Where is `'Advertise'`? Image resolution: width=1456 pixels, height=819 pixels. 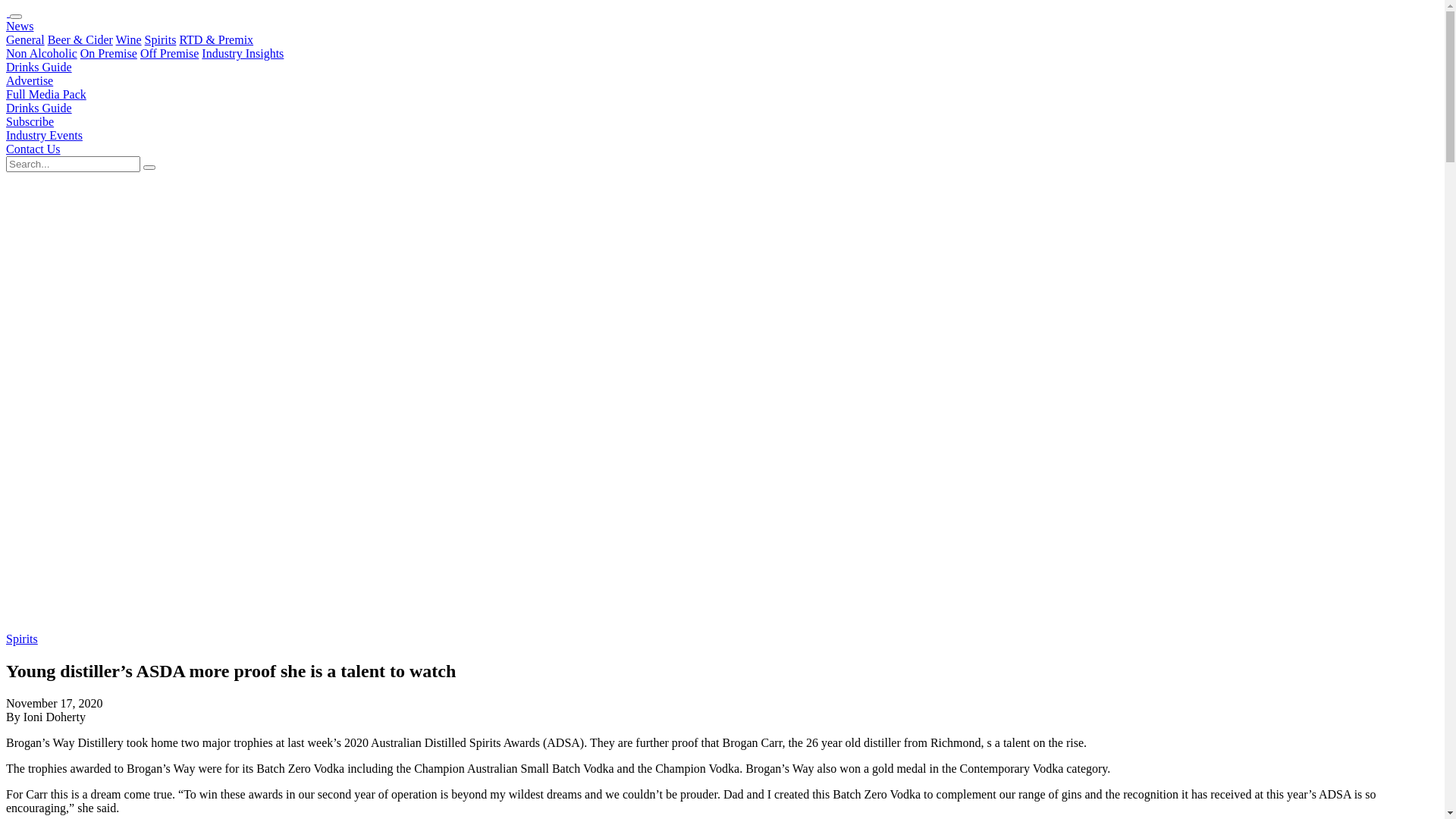 'Advertise' is located at coordinates (6, 80).